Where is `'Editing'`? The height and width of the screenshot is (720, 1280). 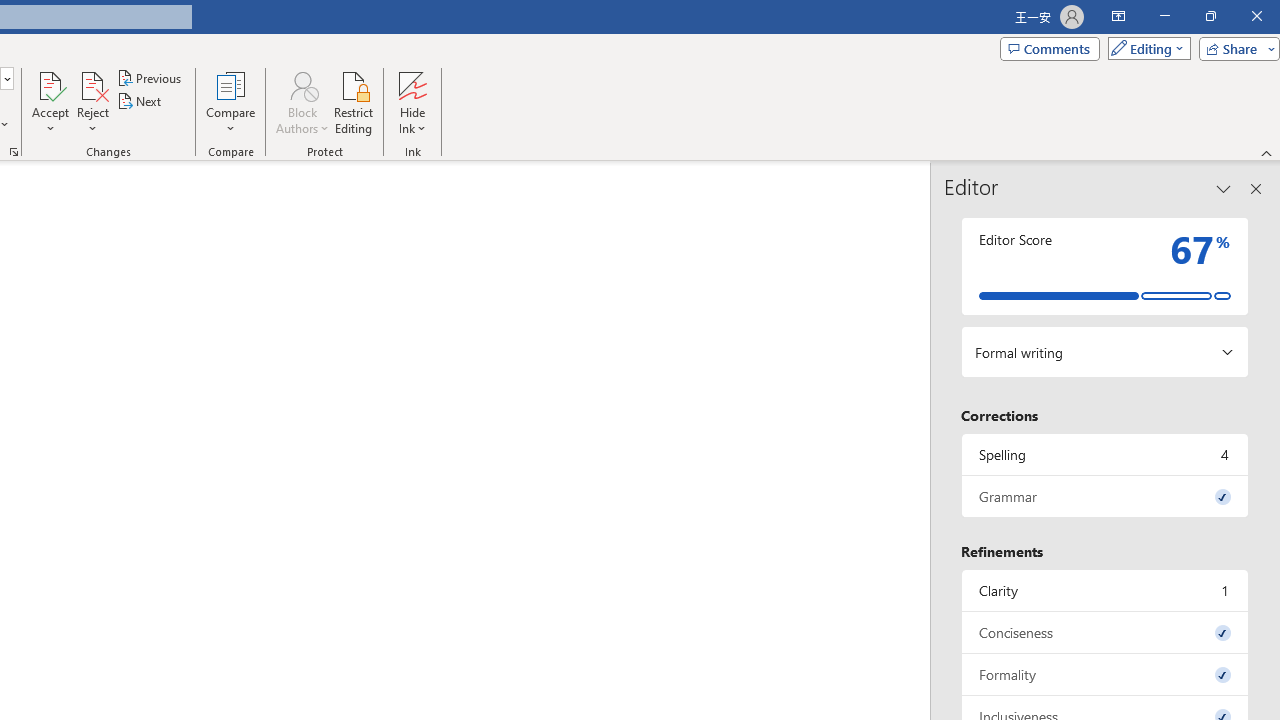 'Editing' is located at coordinates (1144, 47).